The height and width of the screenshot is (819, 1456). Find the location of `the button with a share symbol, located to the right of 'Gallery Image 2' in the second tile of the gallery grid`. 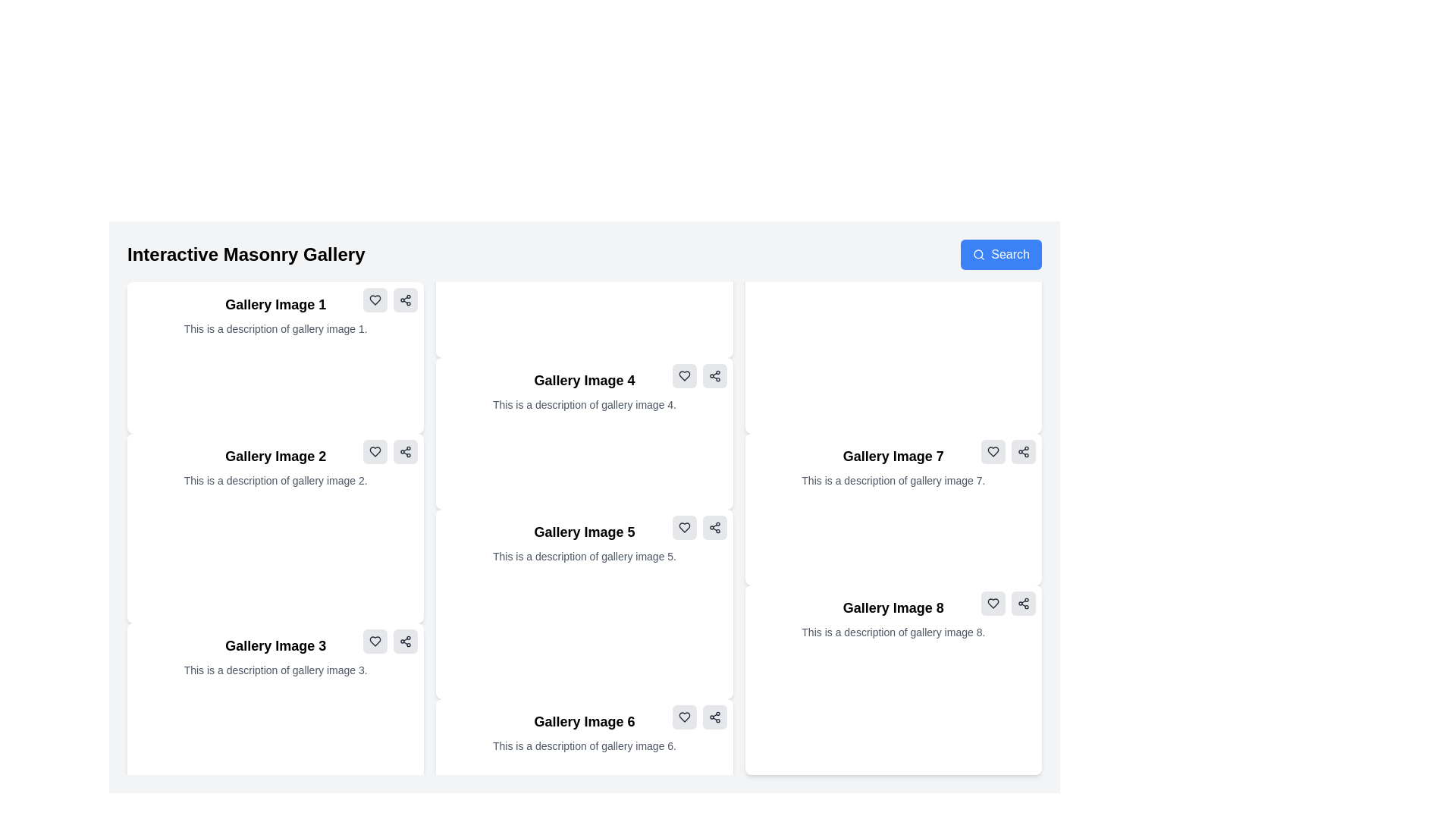

the button with a share symbol, located to the right of 'Gallery Image 2' in the second tile of the gallery grid is located at coordinates (406, 451).